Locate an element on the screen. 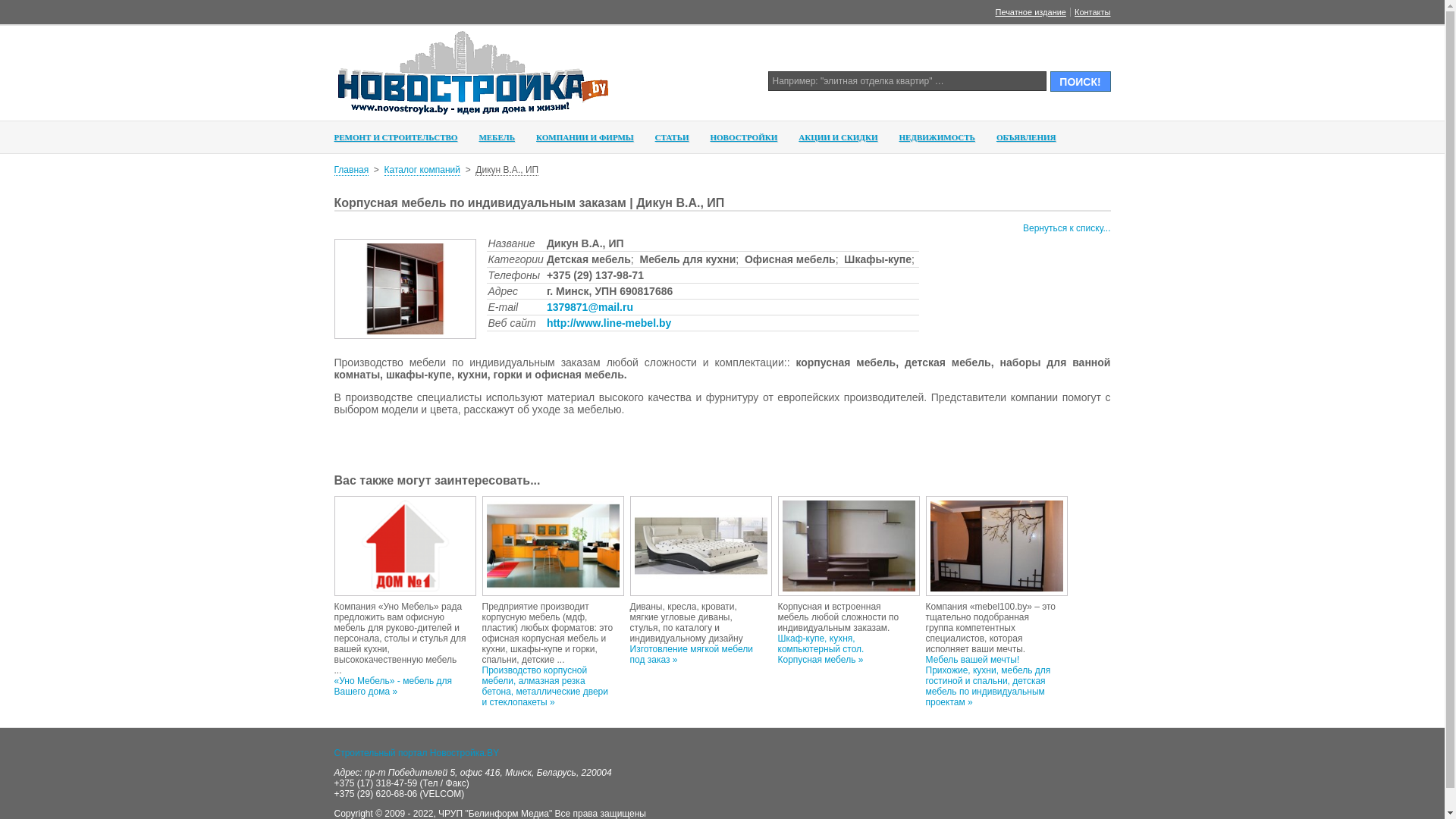 Image resolution: width=1456 pixels, height=819 pixels. '1379871@mail.ru' is located at coordinates (588, 307).